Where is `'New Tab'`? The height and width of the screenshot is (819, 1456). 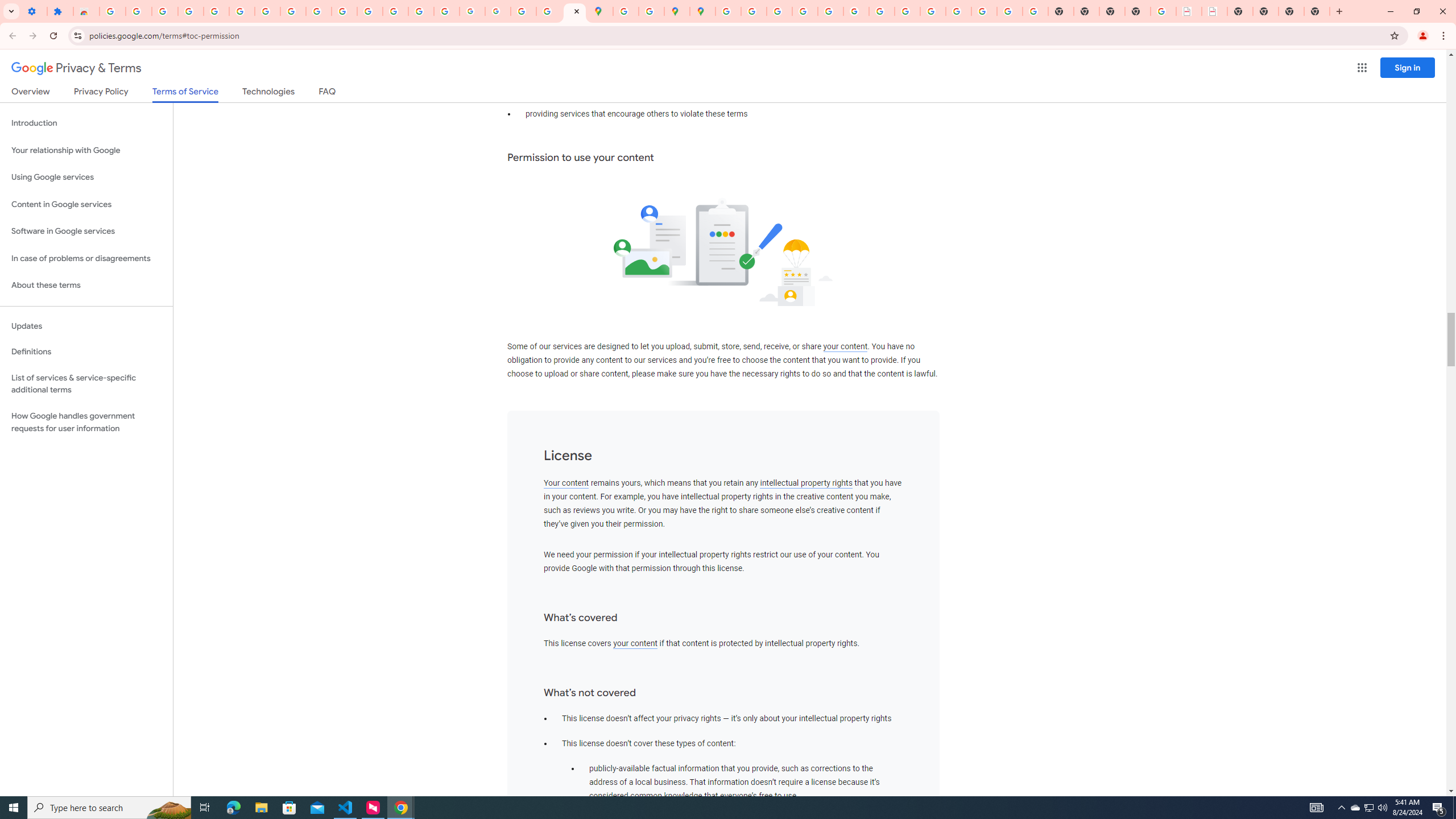
'New Tab' is located at coordinates (1317, 11).